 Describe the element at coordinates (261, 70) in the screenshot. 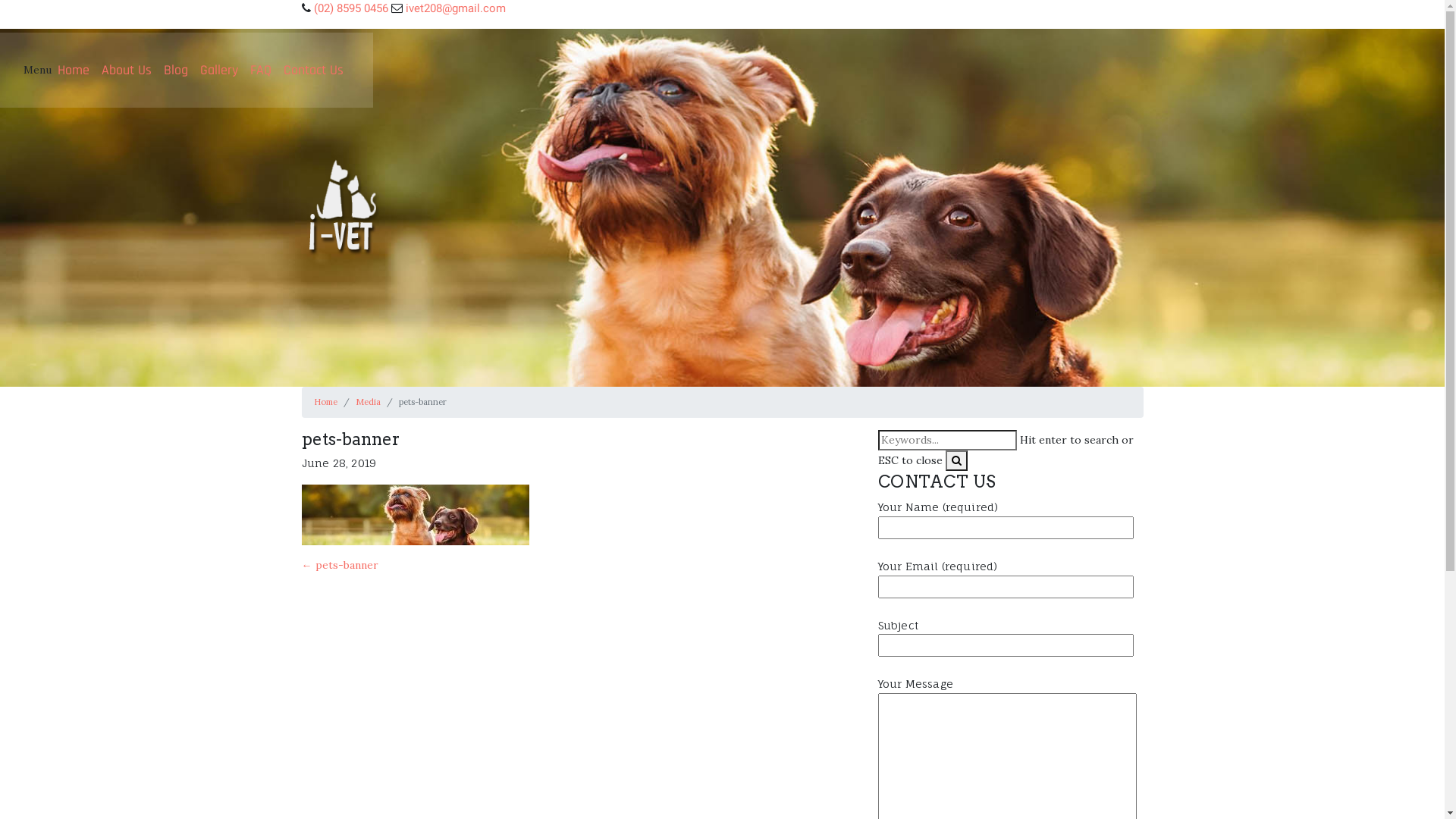

I see `'FAQ'` at that location.